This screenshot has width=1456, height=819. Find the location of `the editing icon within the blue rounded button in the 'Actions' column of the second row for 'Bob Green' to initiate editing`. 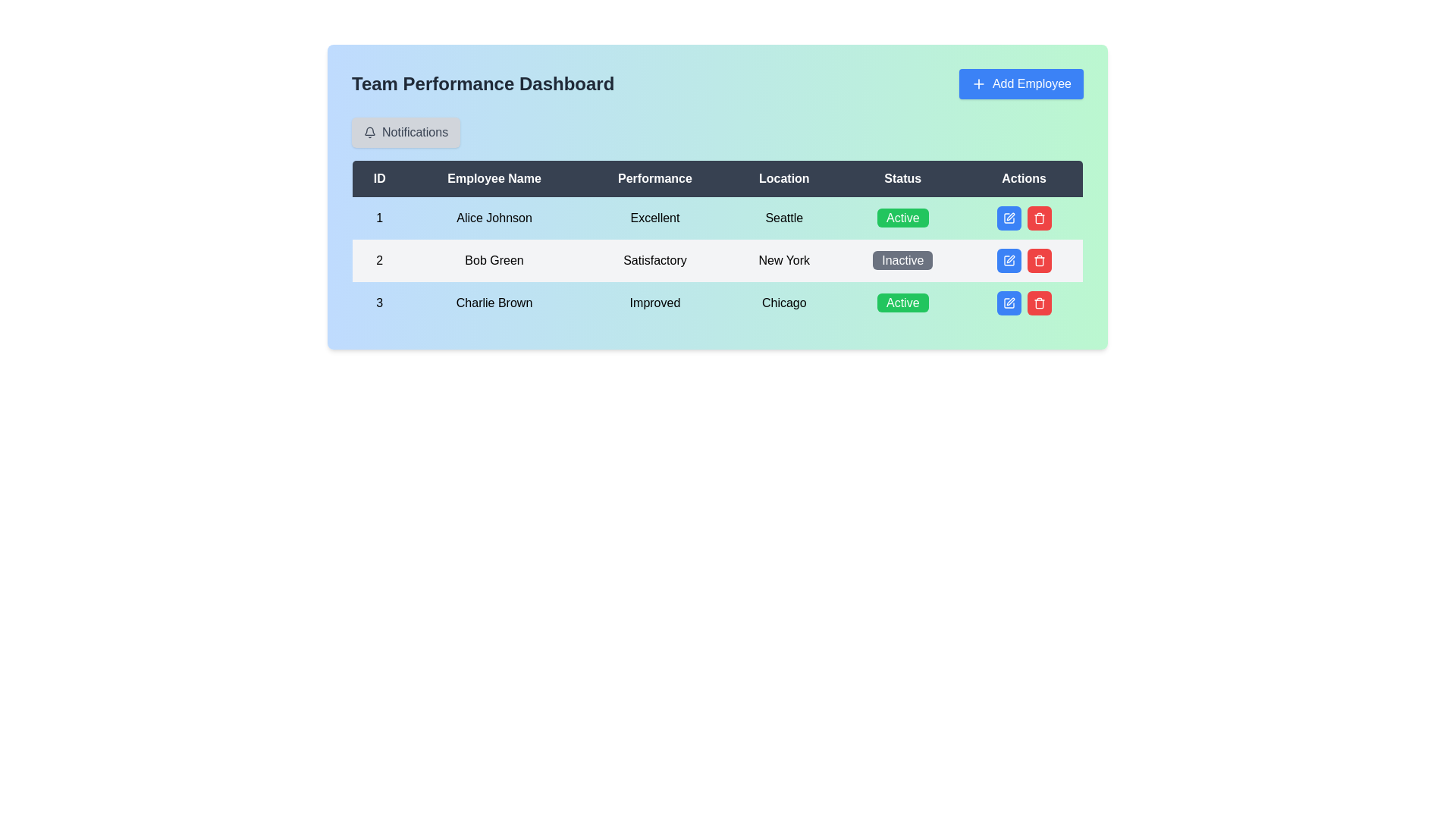

the editing icon within the blue rounded button in the 'Actions' column of the second row for 'Bob Green' to initiate editing is located at coordinates (1008, 218).